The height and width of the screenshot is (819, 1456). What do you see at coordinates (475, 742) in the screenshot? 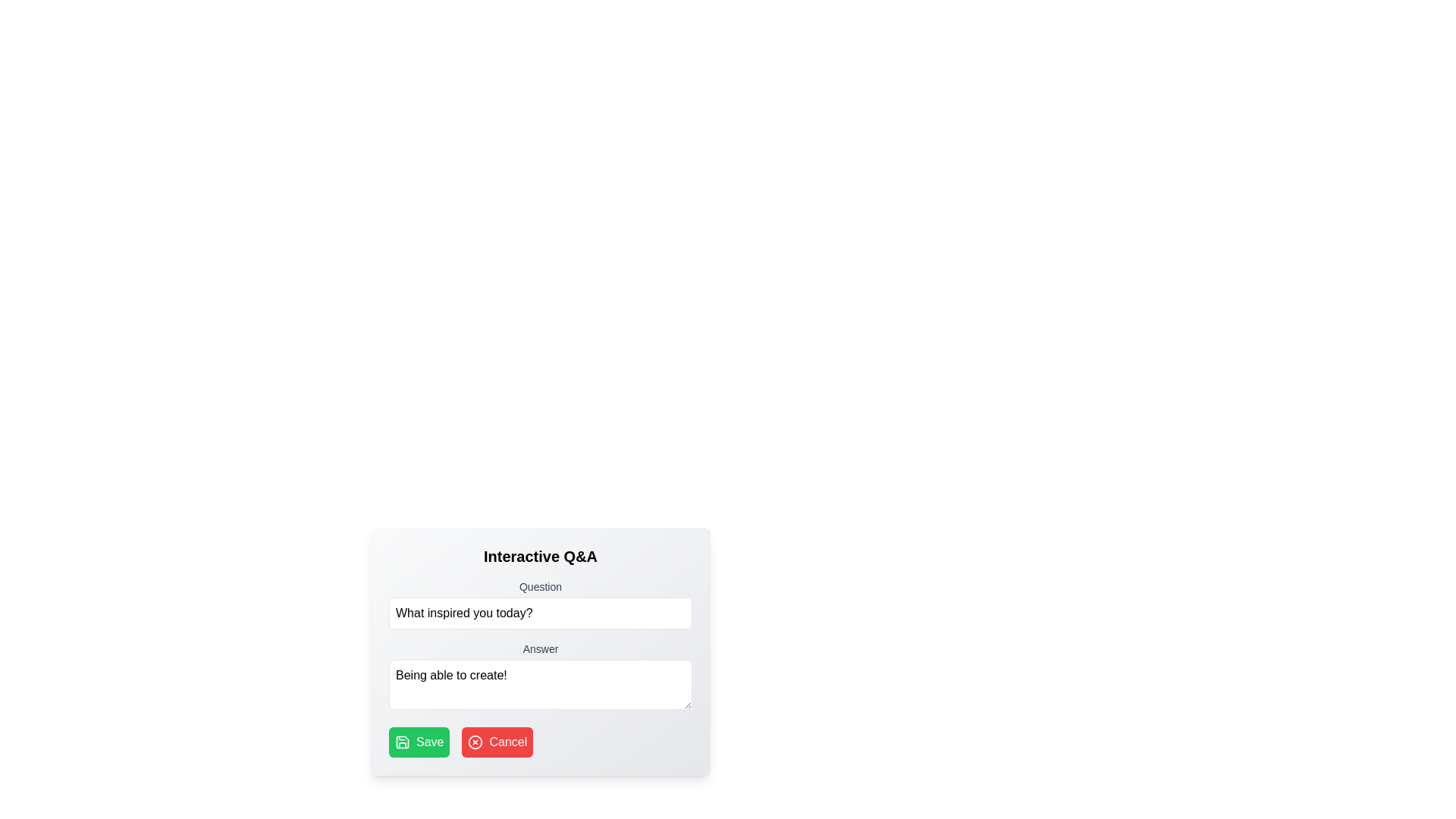
I see `the visual representation of the cancel icon located at the left side of the 'Cancel' text within the button in the bottom-right corner of the main interactive form` at bounding box center [475, 742].